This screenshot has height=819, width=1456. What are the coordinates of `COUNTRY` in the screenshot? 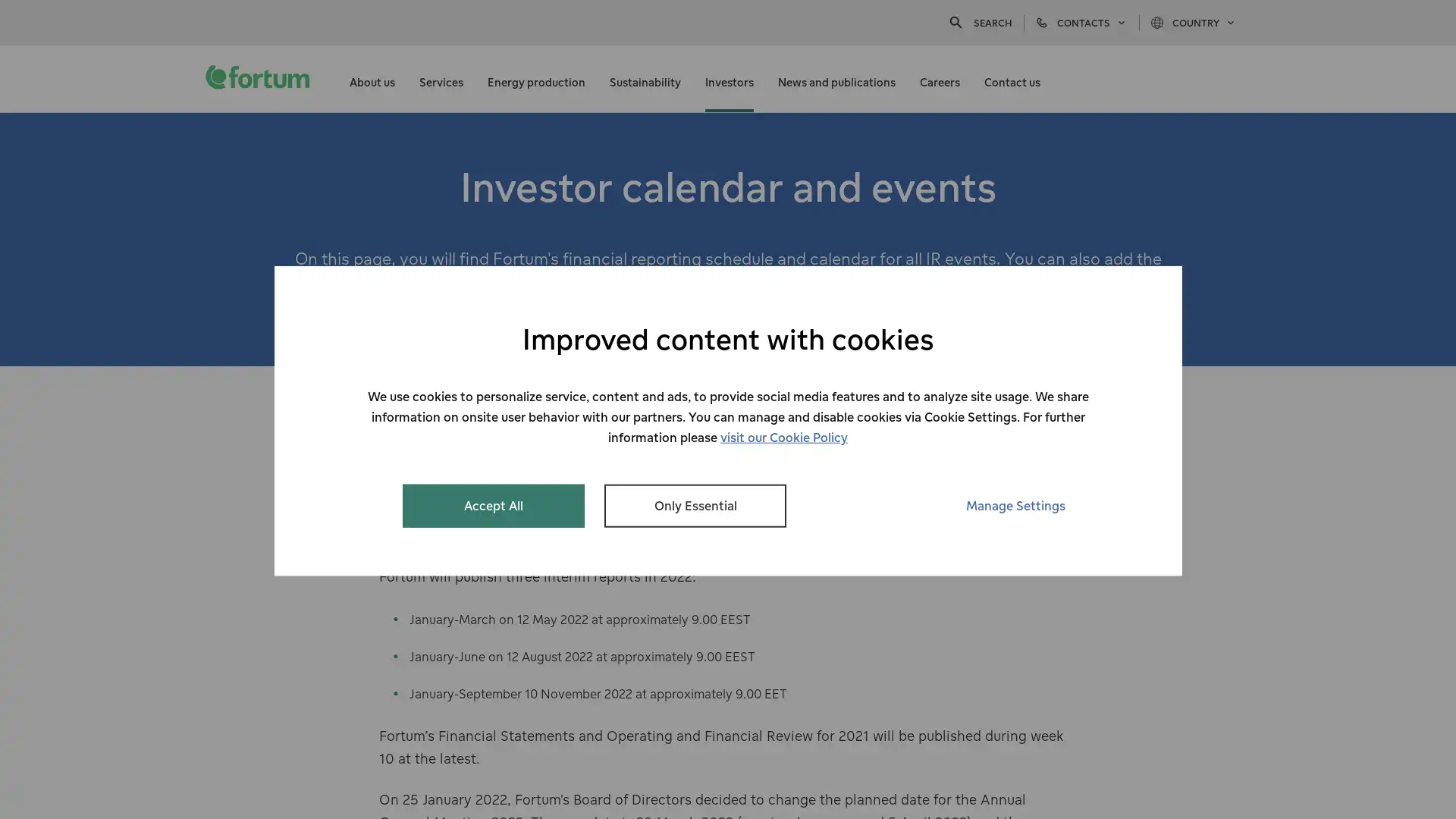 It's located at (1193, 22).